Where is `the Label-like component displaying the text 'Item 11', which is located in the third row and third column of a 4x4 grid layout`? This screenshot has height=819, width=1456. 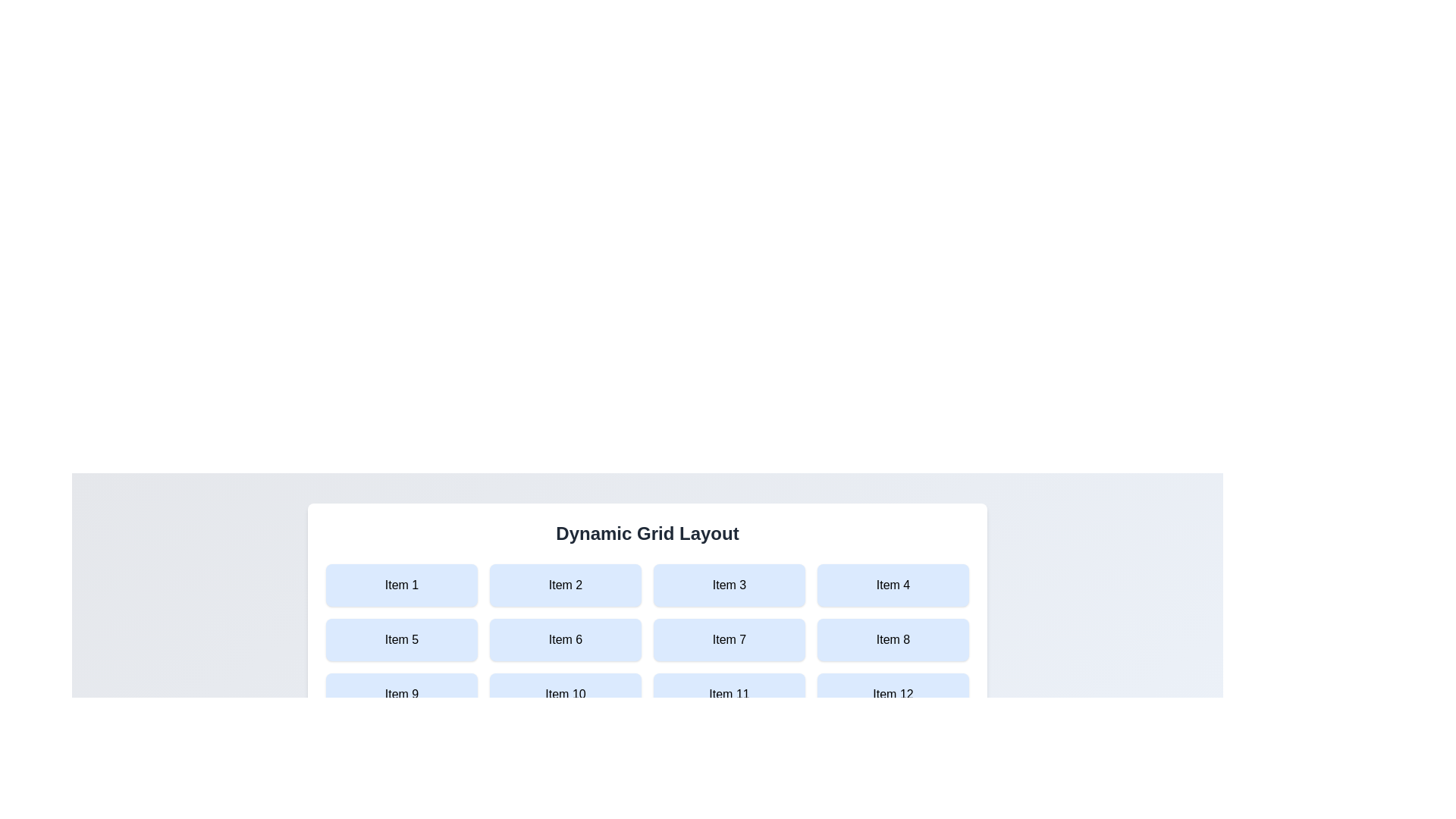
the Label-like component displaying the text 'Item 11', which is located in the third row and third column of a 4x4 grid layout is located at coordinates (729, 694).